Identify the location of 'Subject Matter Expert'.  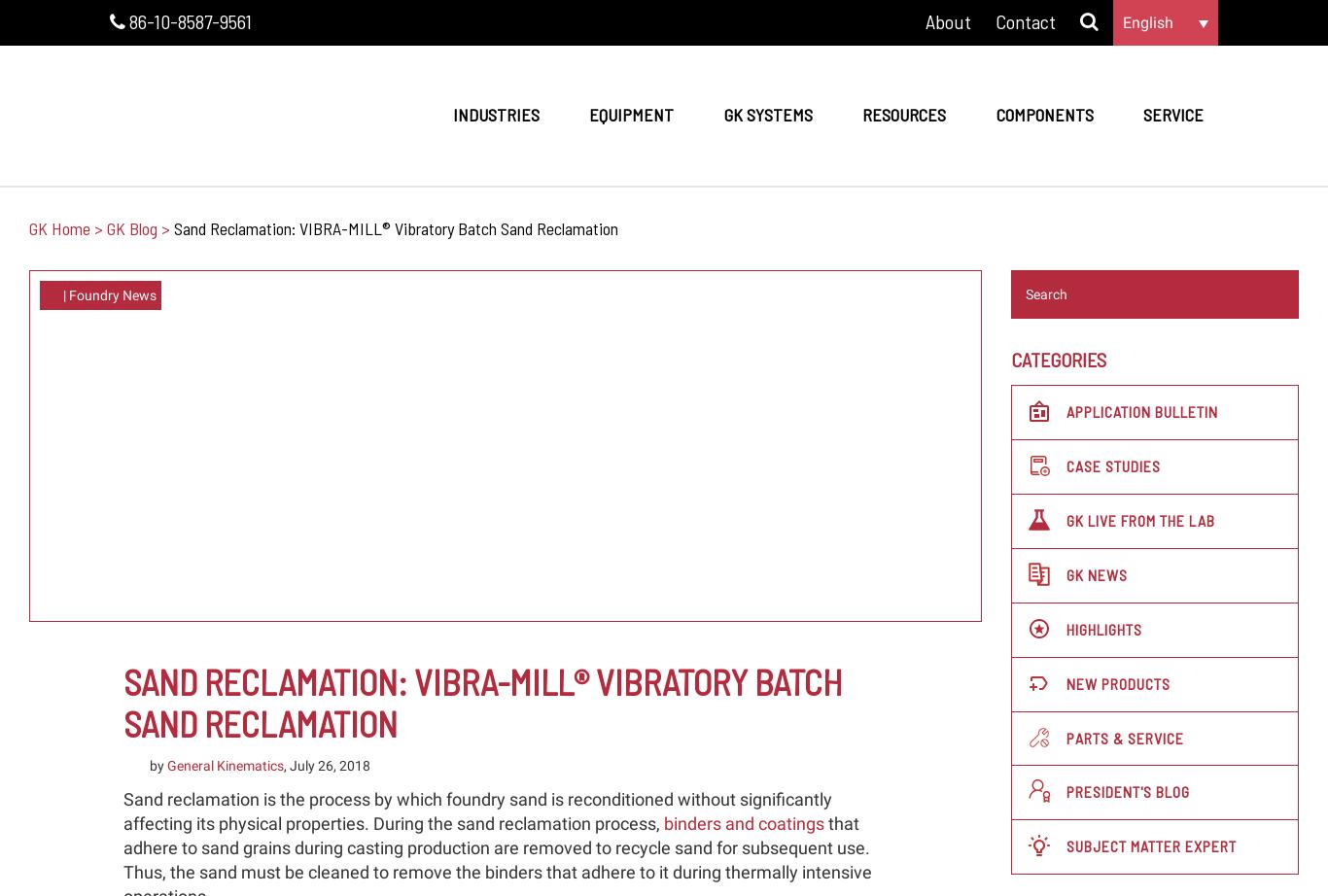
(1150, 844).